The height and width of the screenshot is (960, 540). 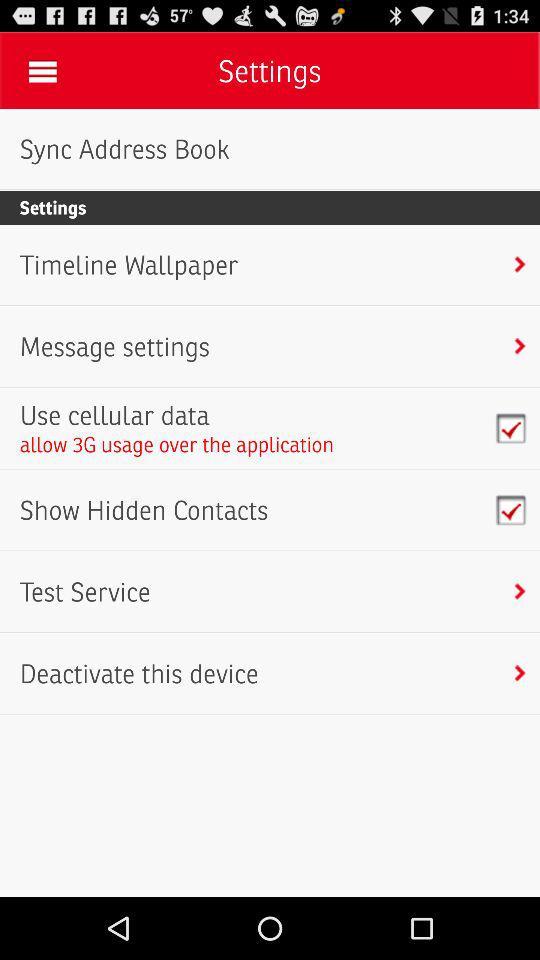 What do you see at coordinates (177, 444) in the screenshot?
I see `icon below the use cellular data icon` at bounding box center [177, 444].